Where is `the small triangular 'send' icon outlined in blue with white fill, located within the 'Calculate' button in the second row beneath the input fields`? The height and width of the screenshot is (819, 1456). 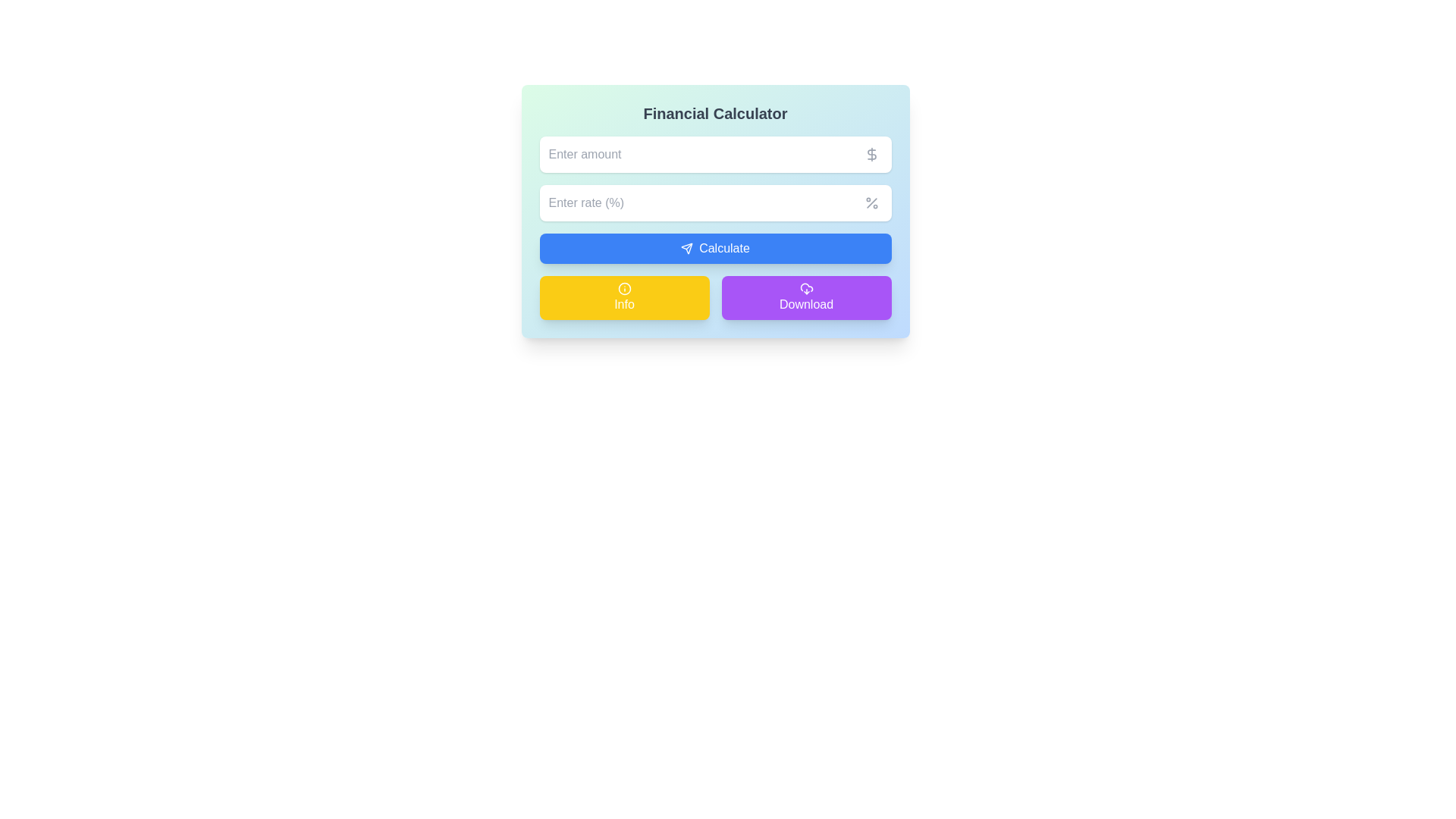
the small triangular 'send' icon outlined in blue with white fill, located within the 'Calculate' button in the second row beneath the input fields is located at coordinates (686, 247).